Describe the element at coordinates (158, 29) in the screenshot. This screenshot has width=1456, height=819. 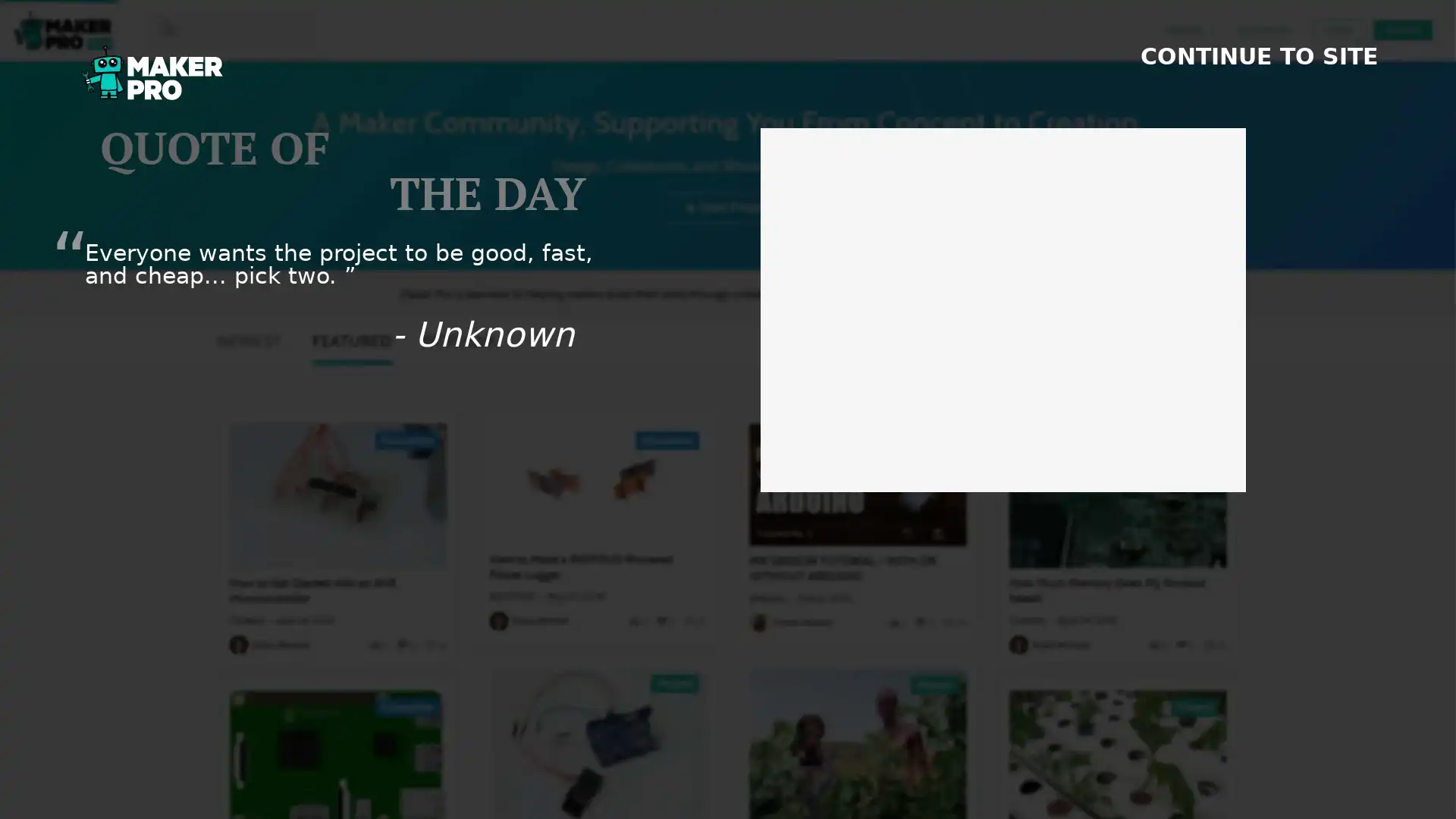
I see `search` at that location.